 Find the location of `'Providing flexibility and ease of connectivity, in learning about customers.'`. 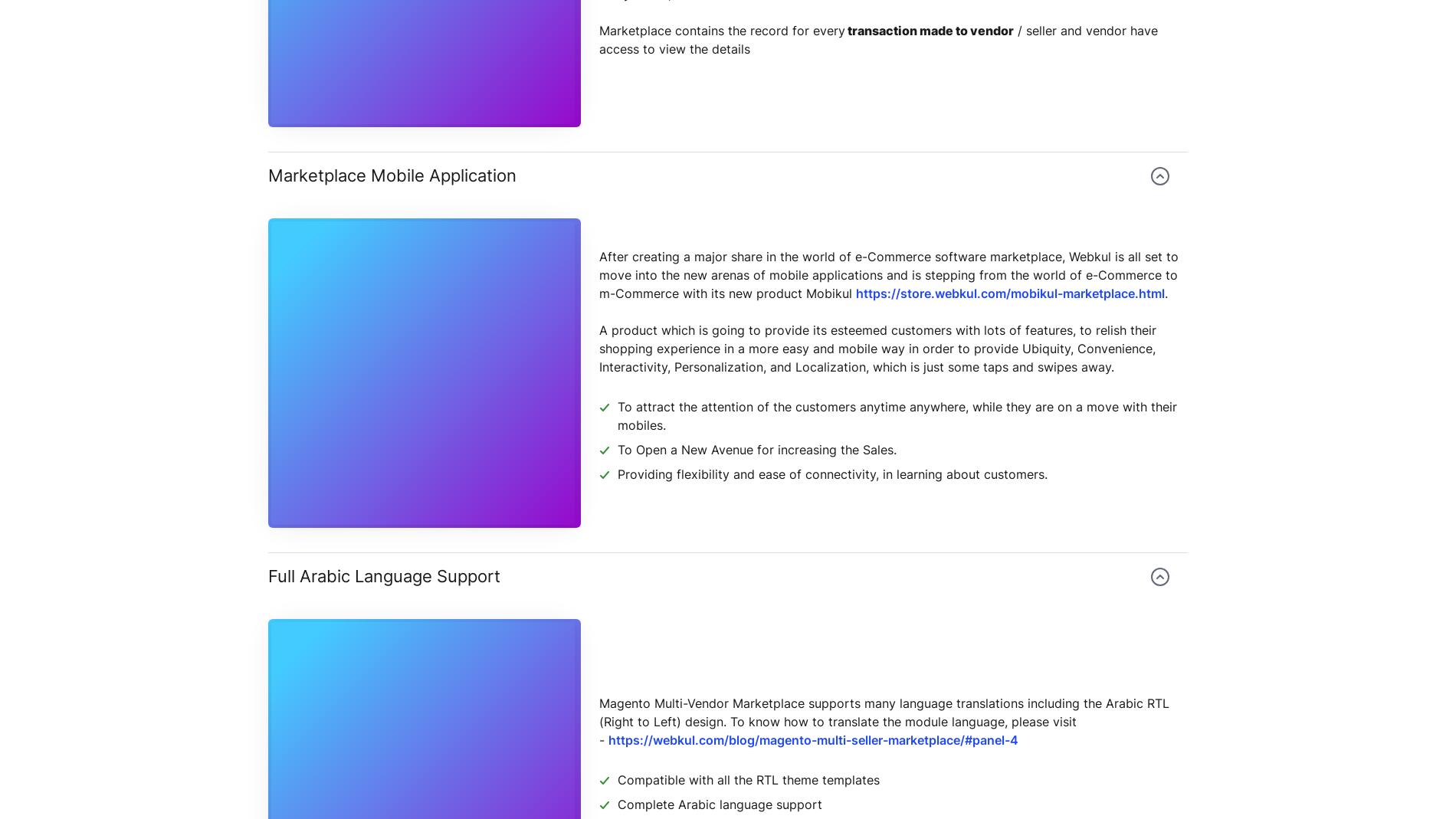

'Providing flexibility and ease of connectivity, in learning about customers.' is located at coordinates (832, 473).